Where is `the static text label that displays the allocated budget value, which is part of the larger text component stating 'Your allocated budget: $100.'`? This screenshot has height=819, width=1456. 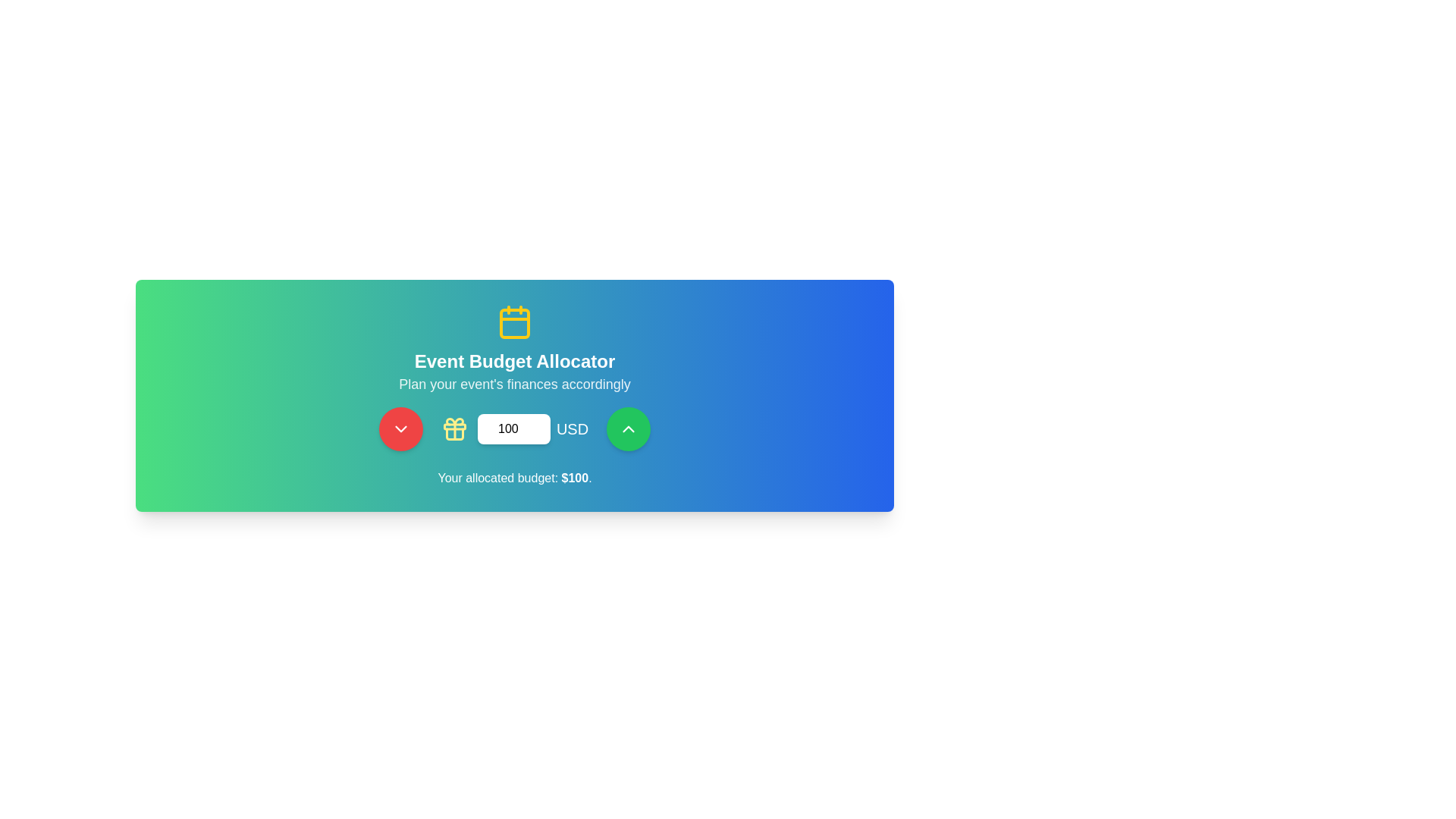
the static text label that displays the allocated budget value, which is part of the larger text component stating 'Your allocated budget: $100.' is located at coordinates (574, 478).